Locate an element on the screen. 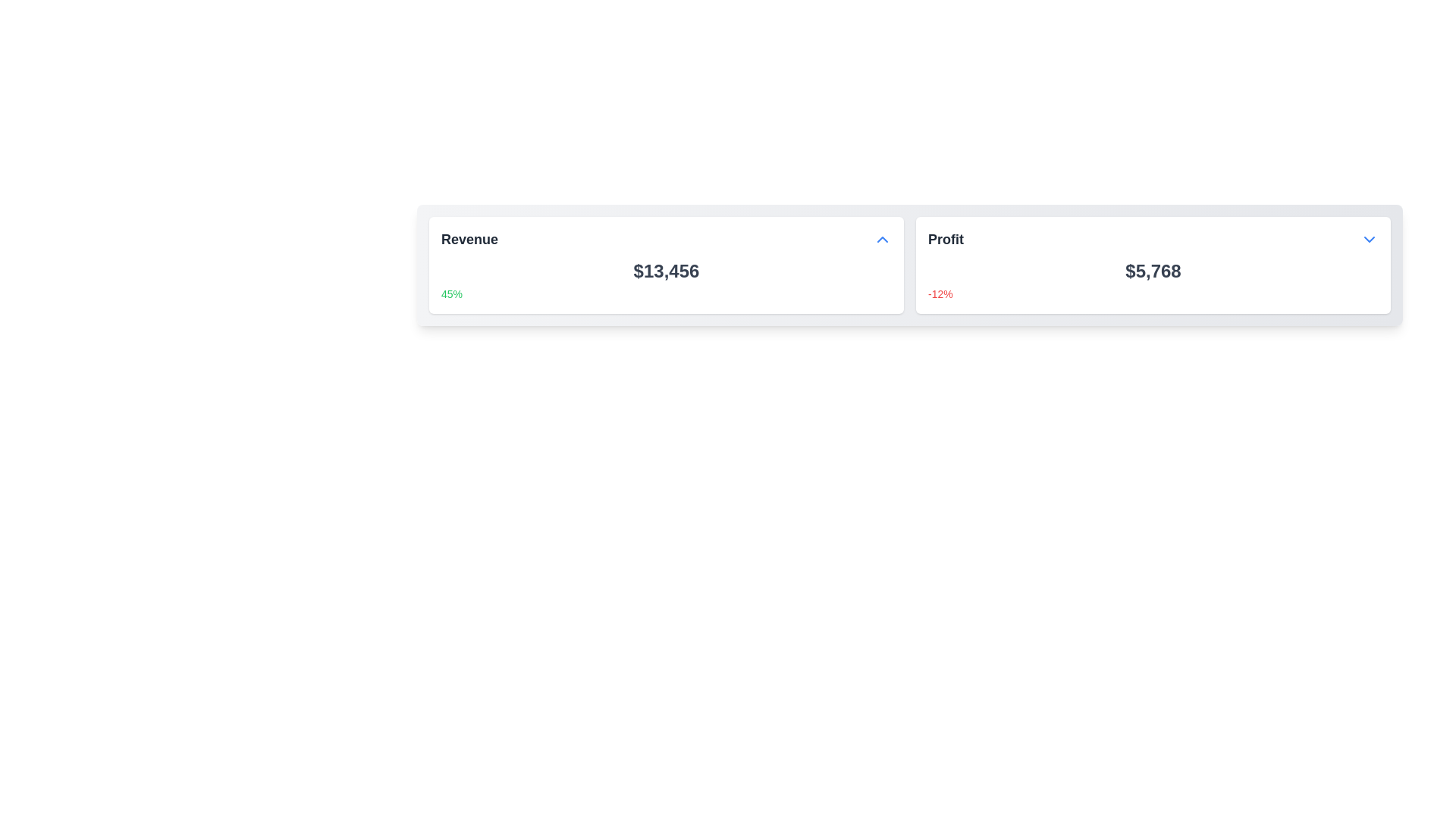  the chevron icon located on the right side of the 'Profit' section, next to the text '$5,768' is located at coordinates (1369, 239).